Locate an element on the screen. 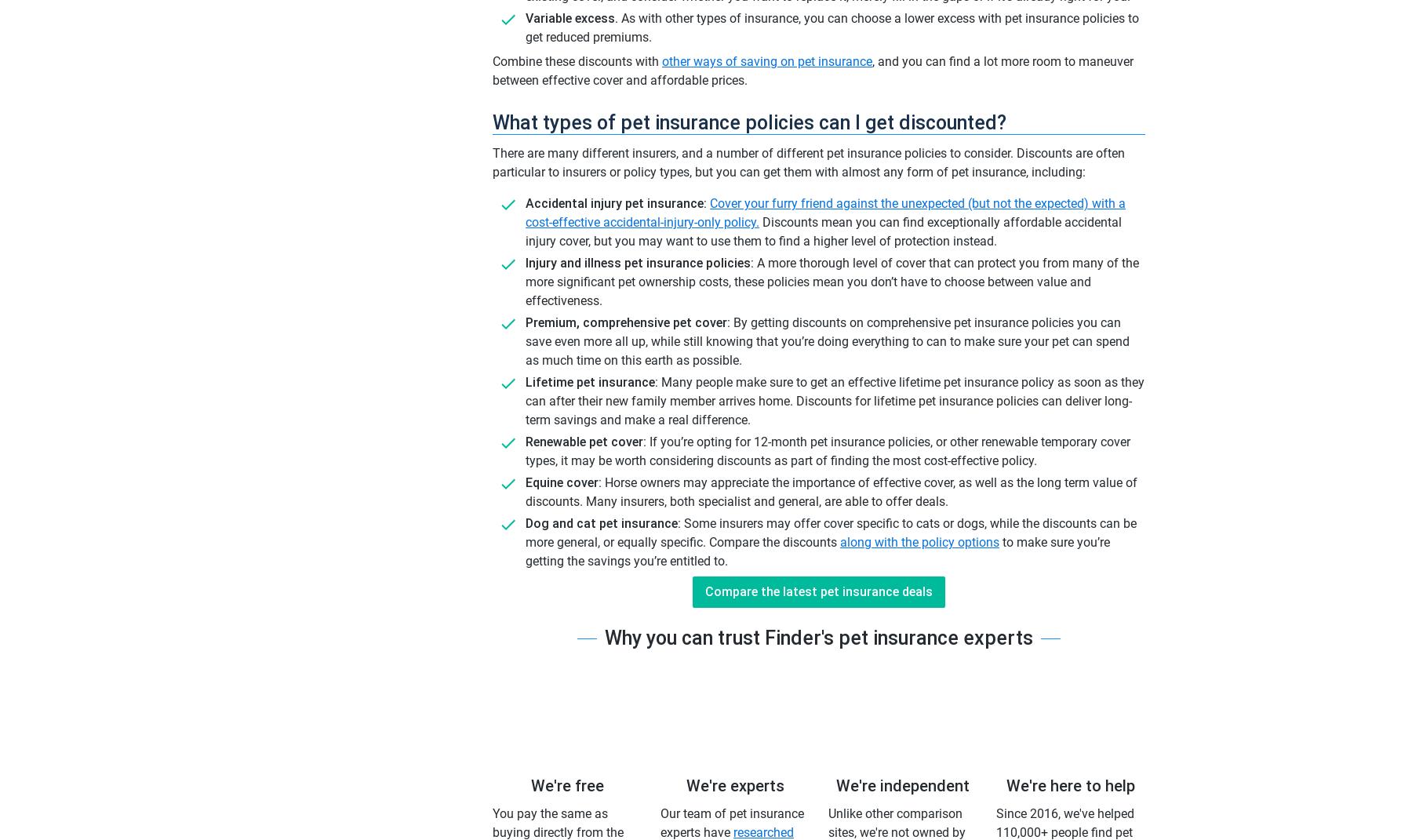 The width and height of the screenshot is (1412, 840). 'Discounts mean you can find exceptionally affordable accidental injury cover, but you may want to use them to find a higher level of protection instead.' is located at coordinates (823, 231).